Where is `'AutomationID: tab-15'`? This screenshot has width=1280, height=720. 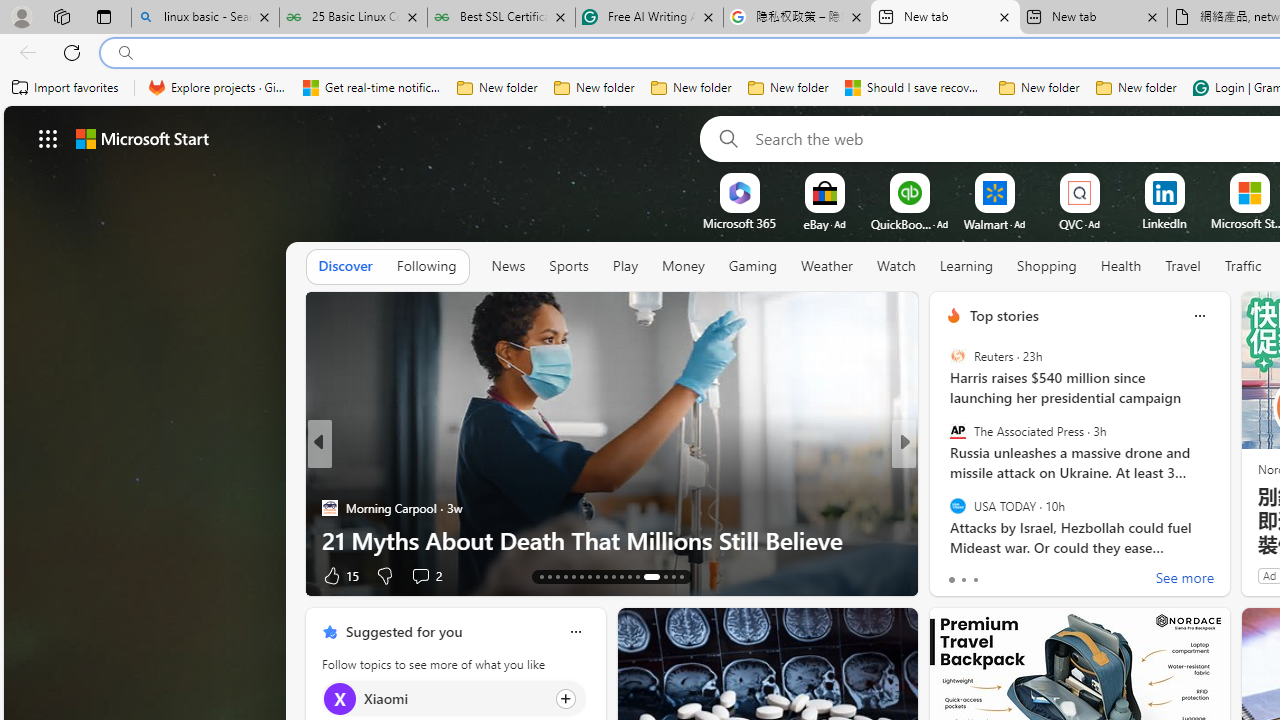 'AutomationID: tab-15' is located at coordinates (557, 577).